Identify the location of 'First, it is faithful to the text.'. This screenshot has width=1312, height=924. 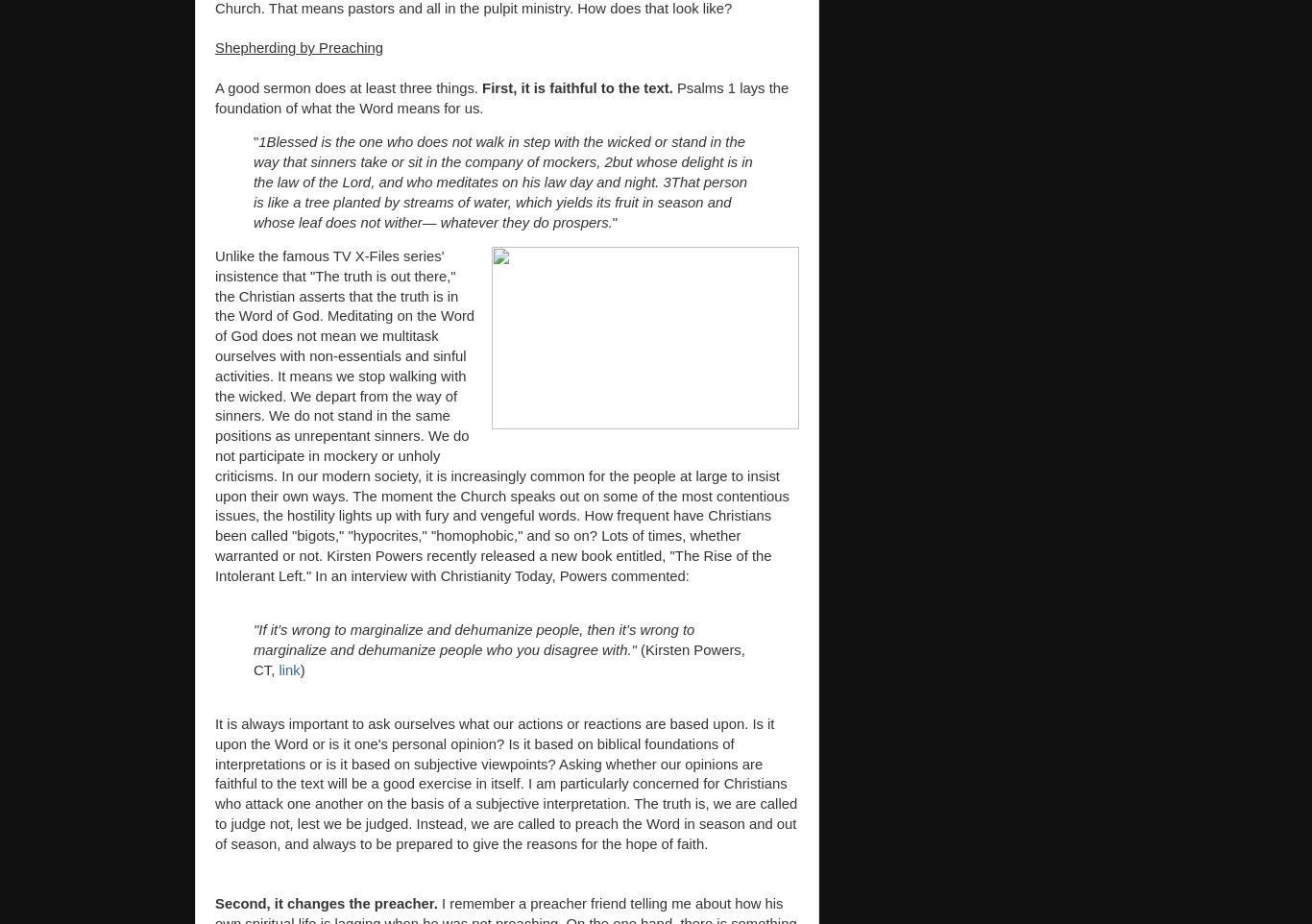
(576, 87).